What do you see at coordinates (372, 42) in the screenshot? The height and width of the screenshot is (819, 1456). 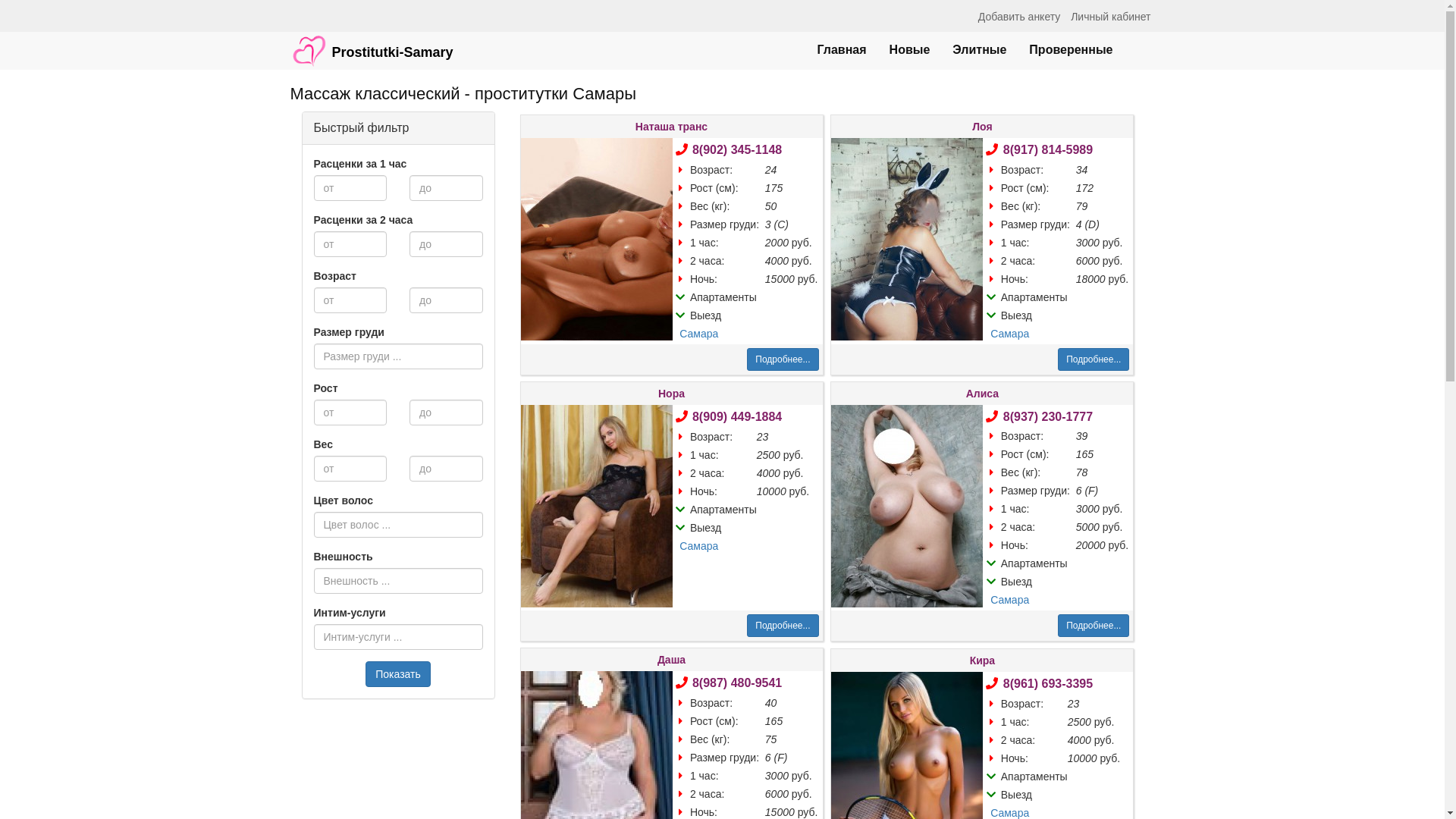 I see `'Prostitutki-Samary'` at bounding box center [372, 42].